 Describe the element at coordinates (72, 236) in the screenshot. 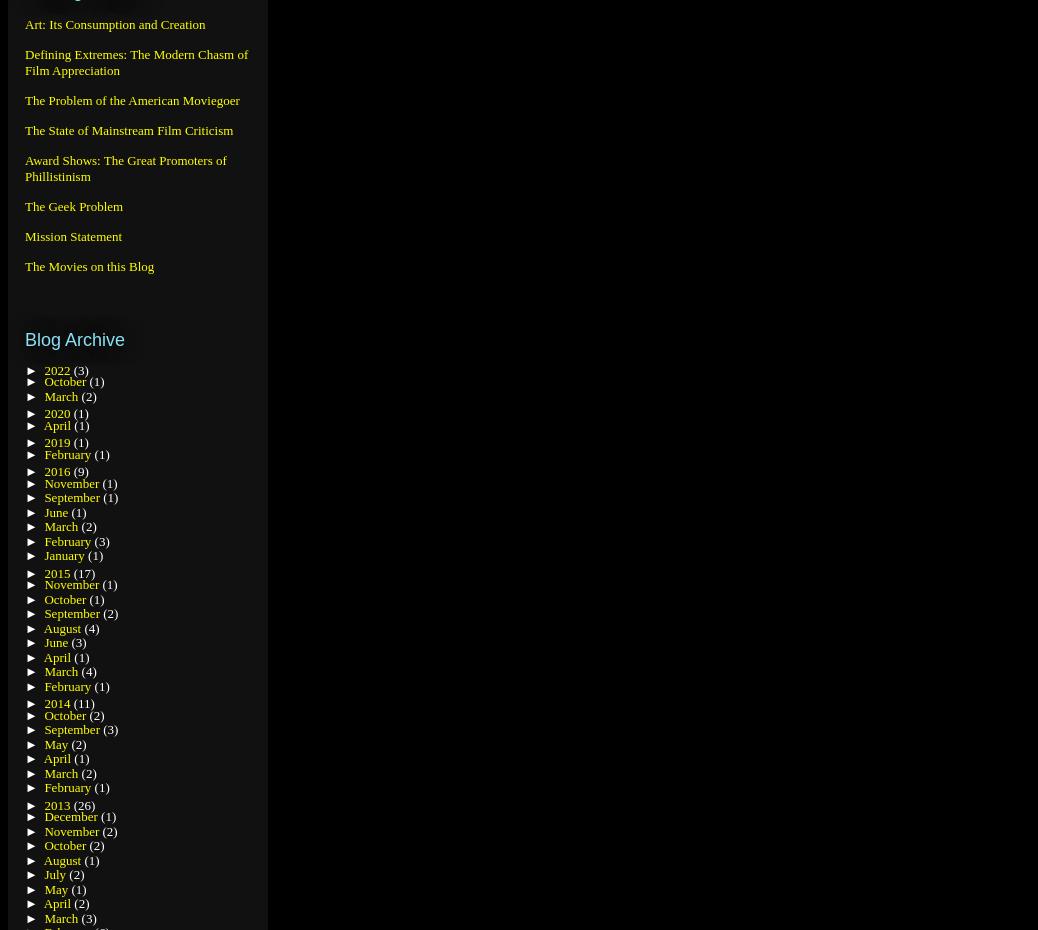

I see `'Mission Statement'` at that location.